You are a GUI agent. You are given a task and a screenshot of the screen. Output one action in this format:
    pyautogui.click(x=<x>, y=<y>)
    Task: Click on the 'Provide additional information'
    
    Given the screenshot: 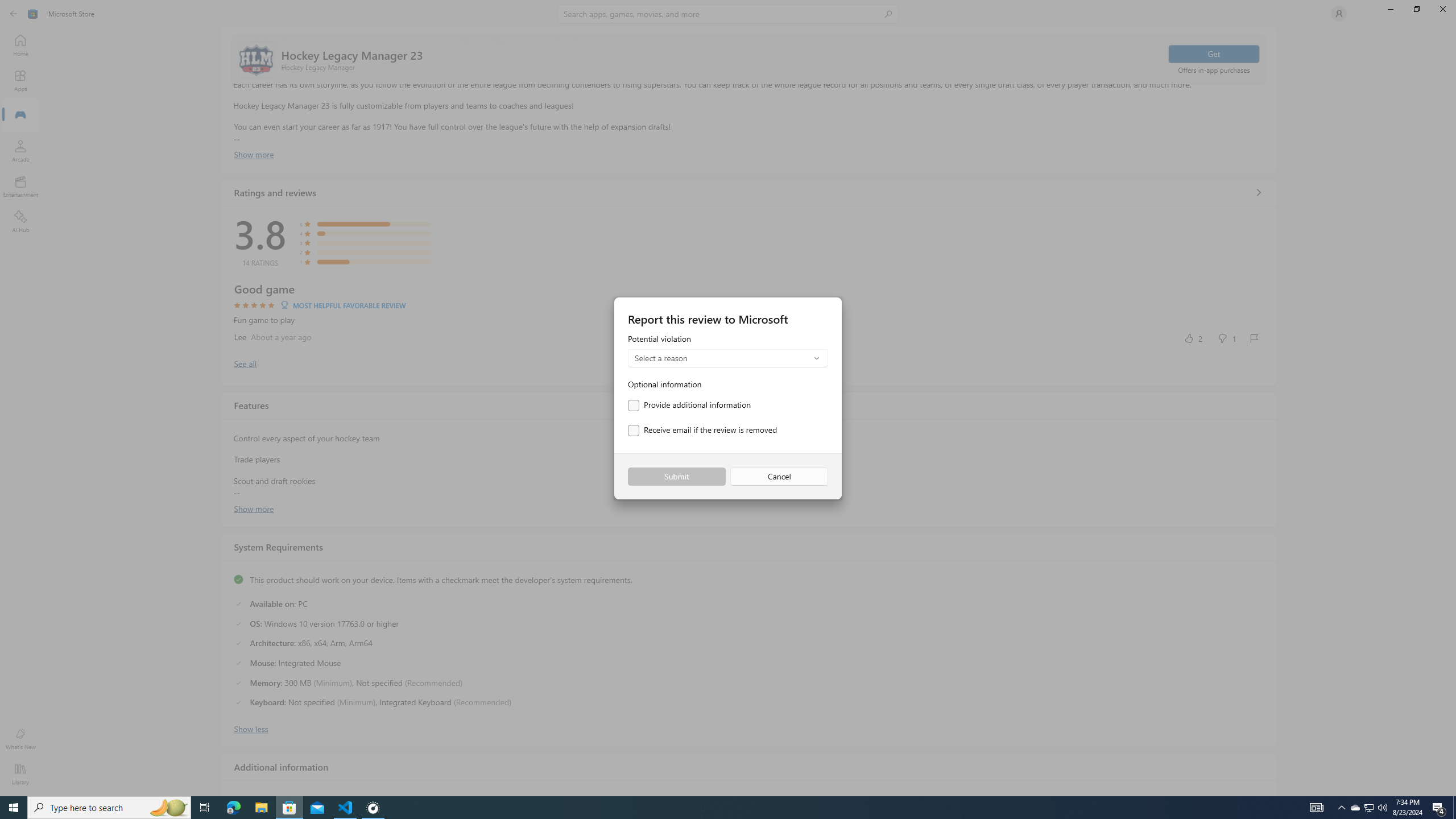 What is the action you would take?
    pyautogui.click(x=689, y=405)
    